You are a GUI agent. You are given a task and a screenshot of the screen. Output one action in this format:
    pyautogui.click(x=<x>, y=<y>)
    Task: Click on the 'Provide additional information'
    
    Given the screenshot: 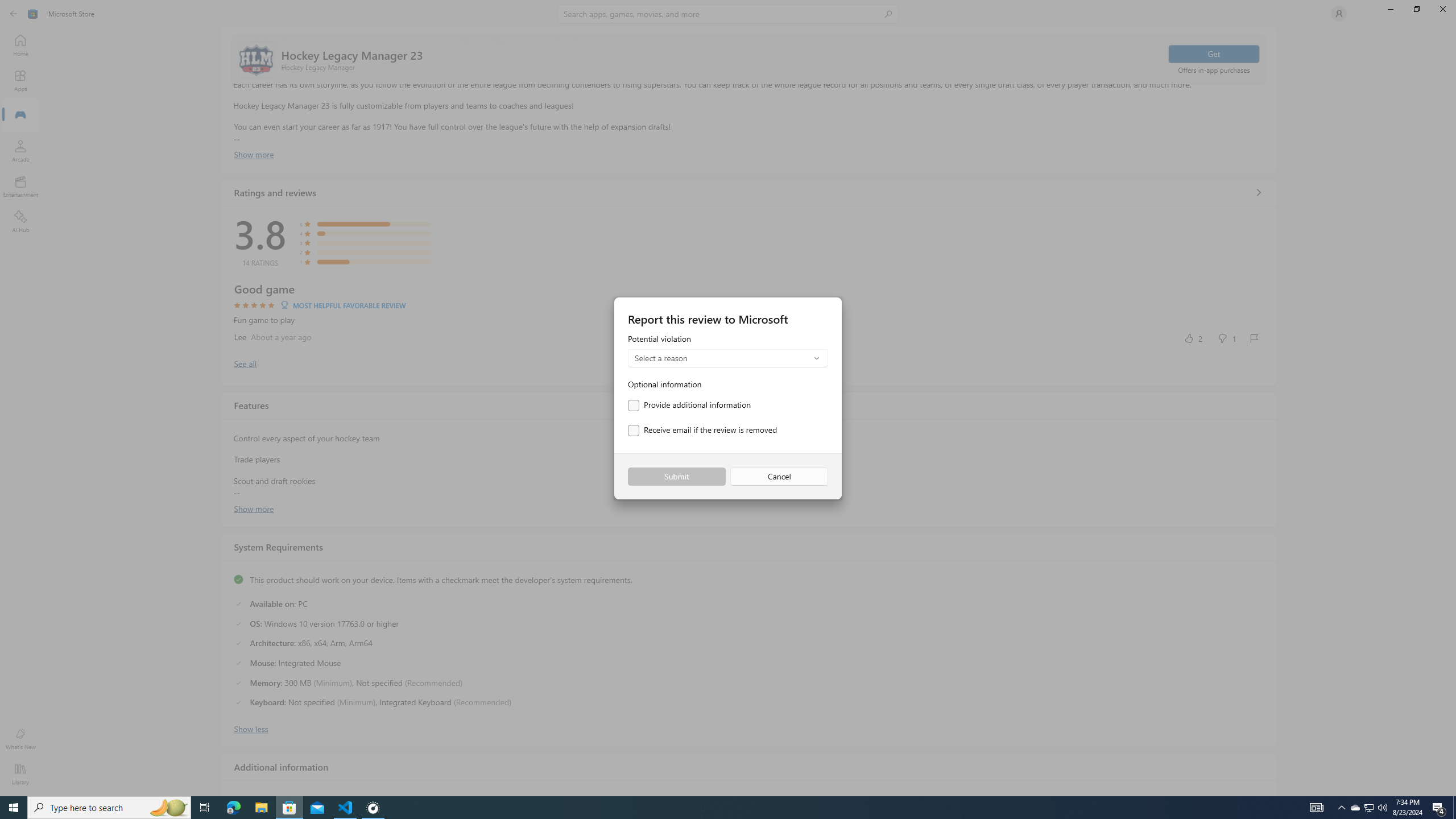 What is the action you would take?
    pyautogui.click(x=689, y=405)
    